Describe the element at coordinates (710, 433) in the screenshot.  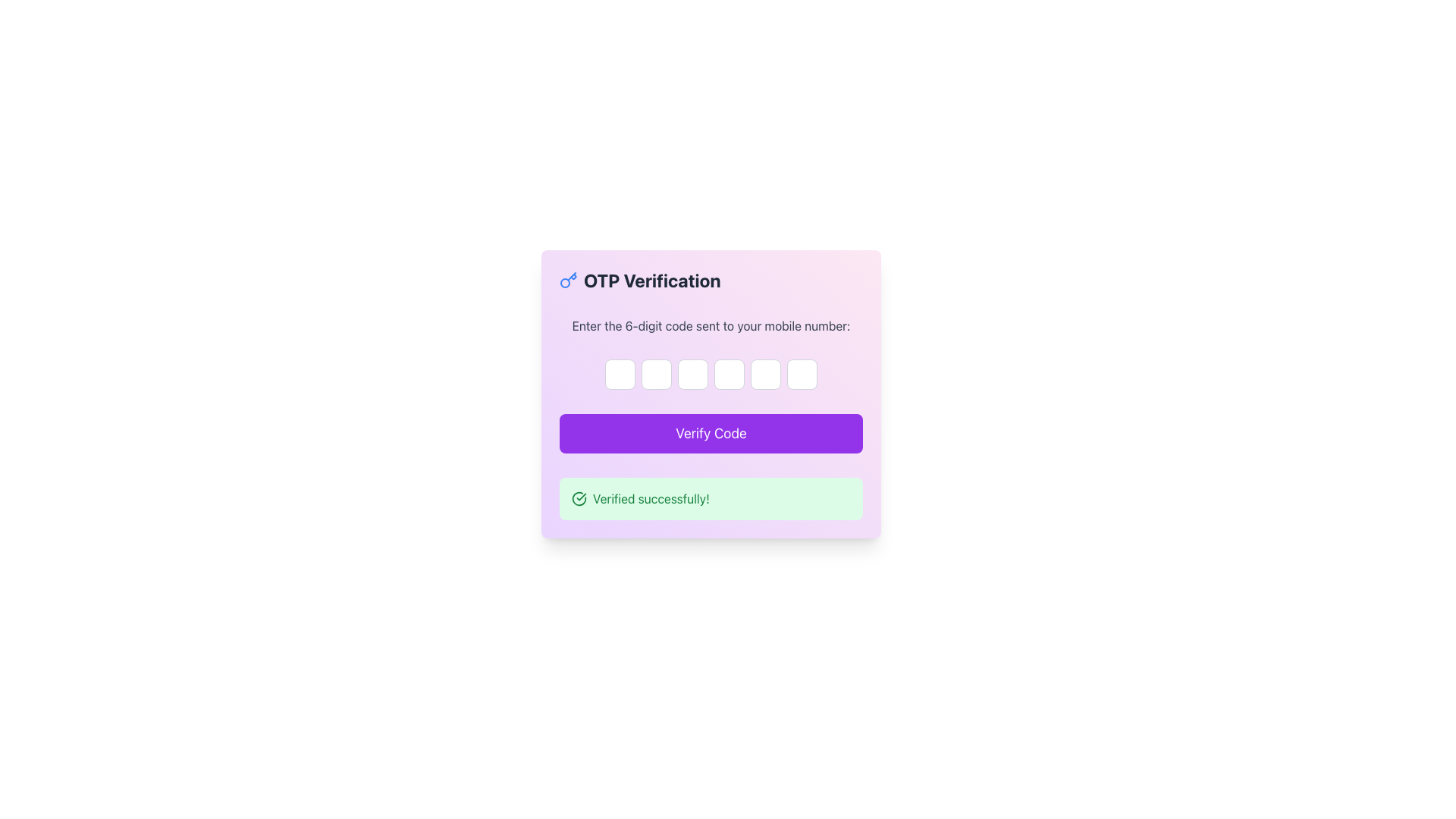
I see `the wide rectangular button with a bright purple background and white text that reads 'Verify Code'` at that location.